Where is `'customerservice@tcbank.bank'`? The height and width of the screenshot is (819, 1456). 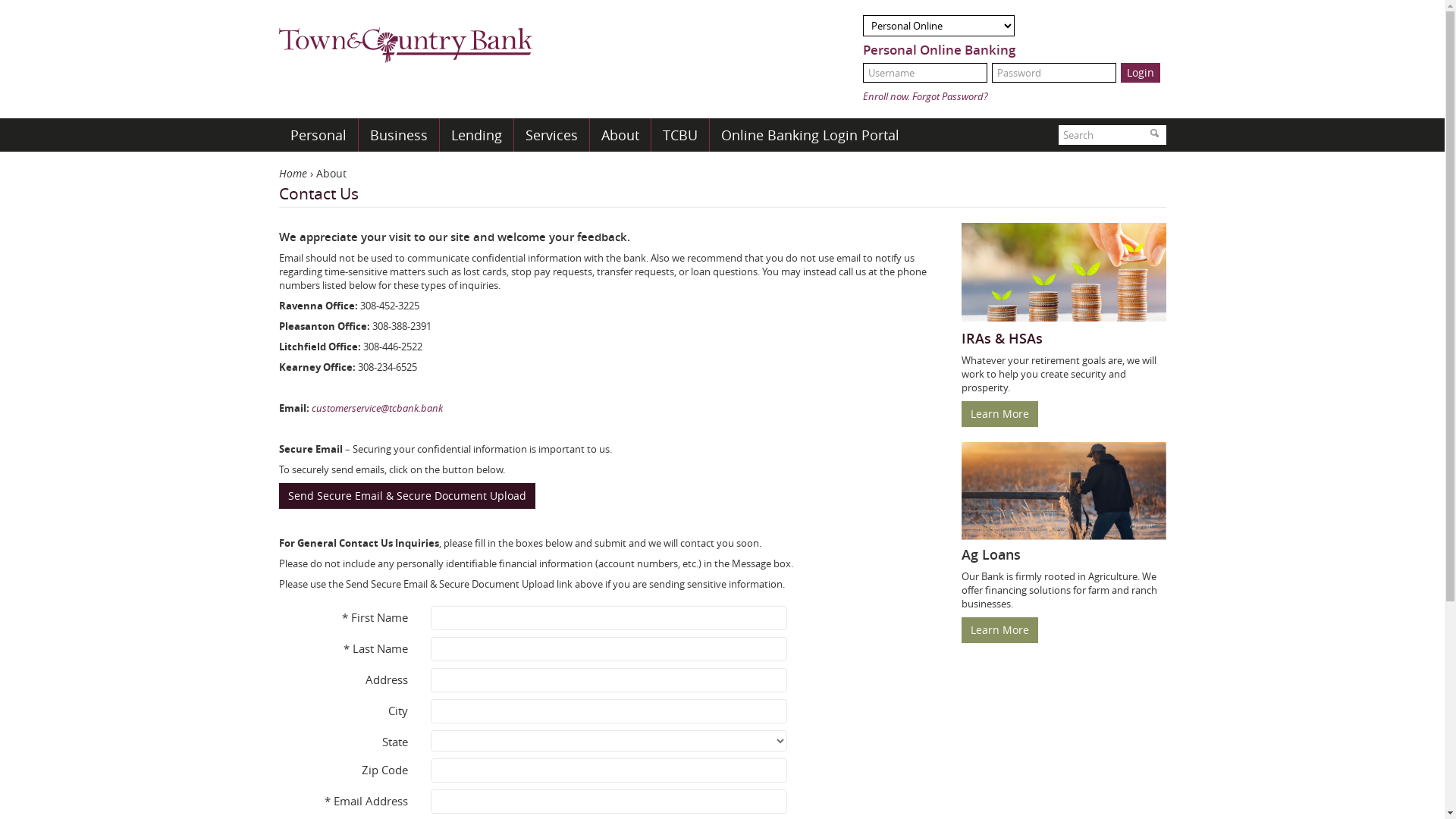
'customerservice@tcbank.bank' is located at coordinates (309, 406).